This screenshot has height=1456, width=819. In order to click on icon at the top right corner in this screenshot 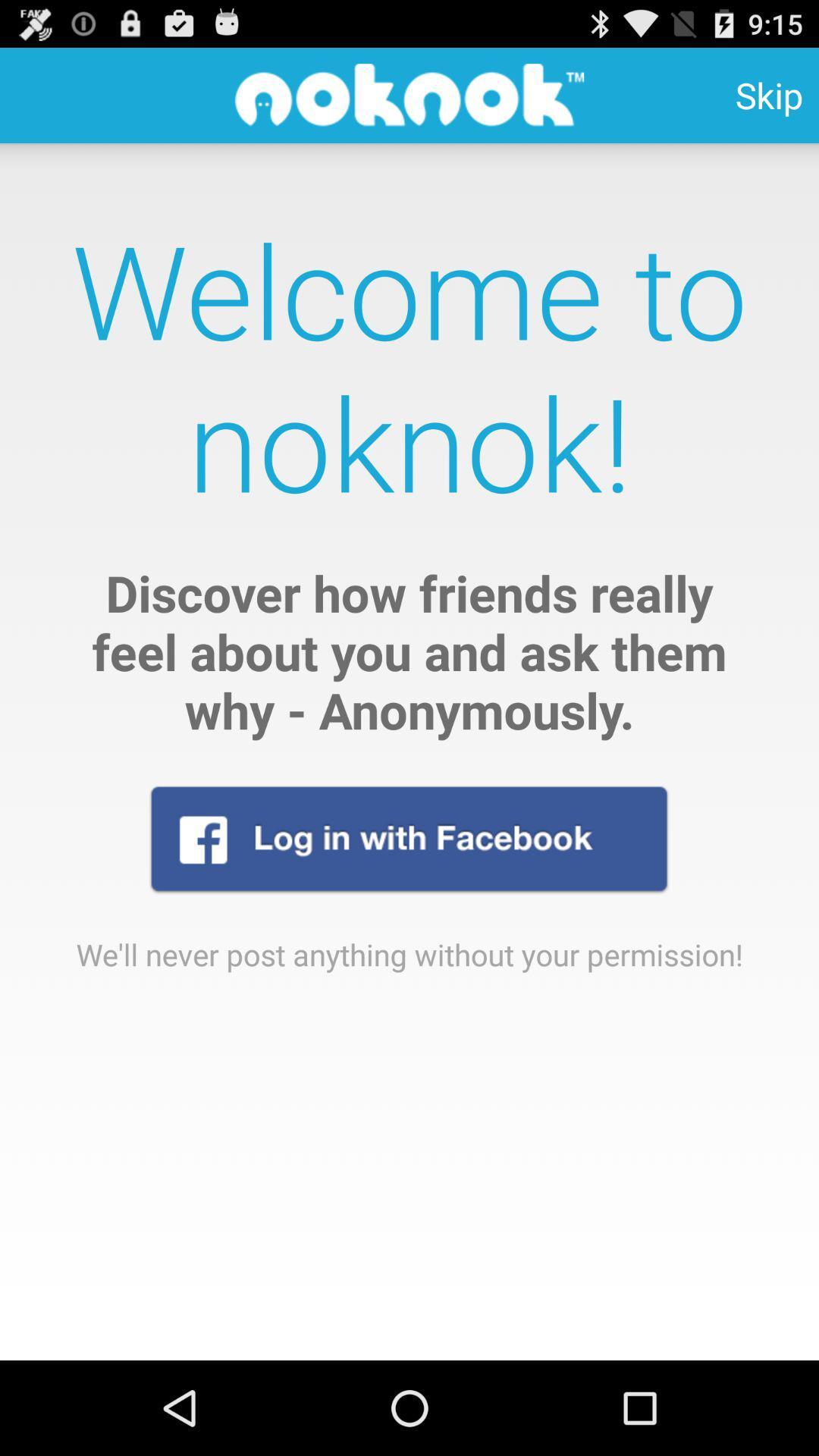, I will do `click(769, 94)`.